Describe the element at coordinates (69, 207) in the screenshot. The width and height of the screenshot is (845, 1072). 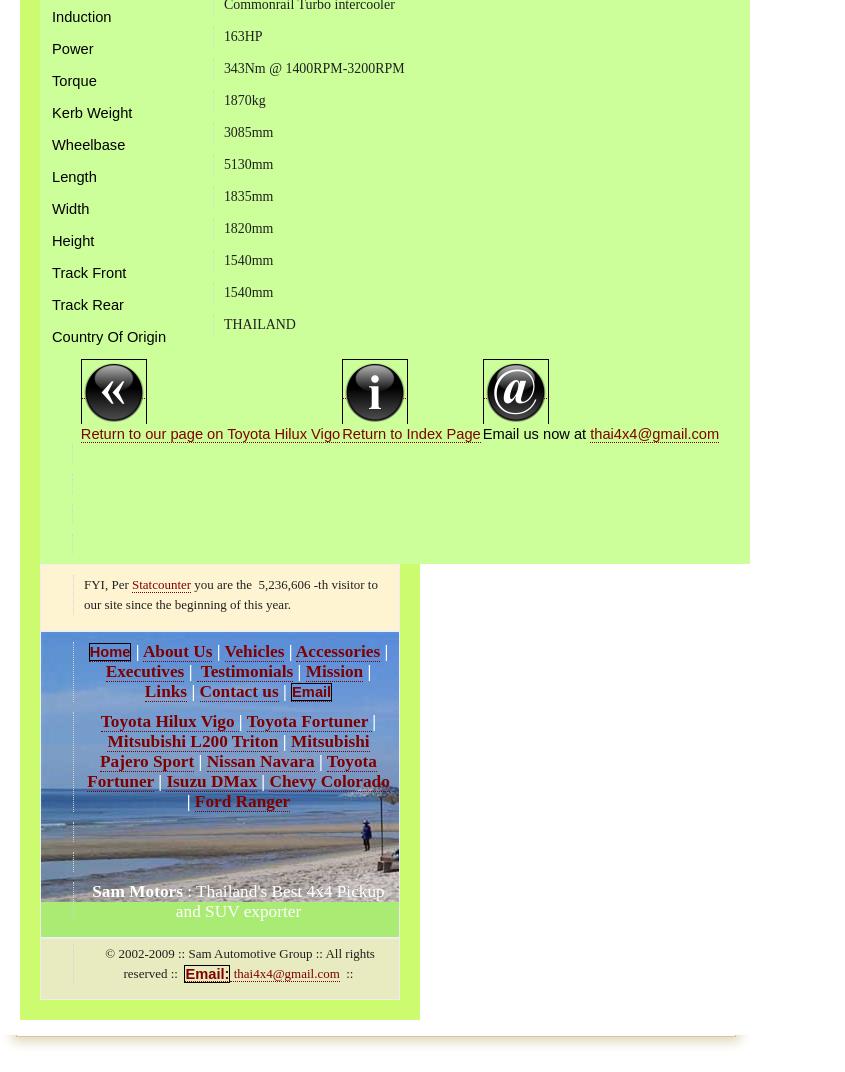
I see `'Width'` at that location.